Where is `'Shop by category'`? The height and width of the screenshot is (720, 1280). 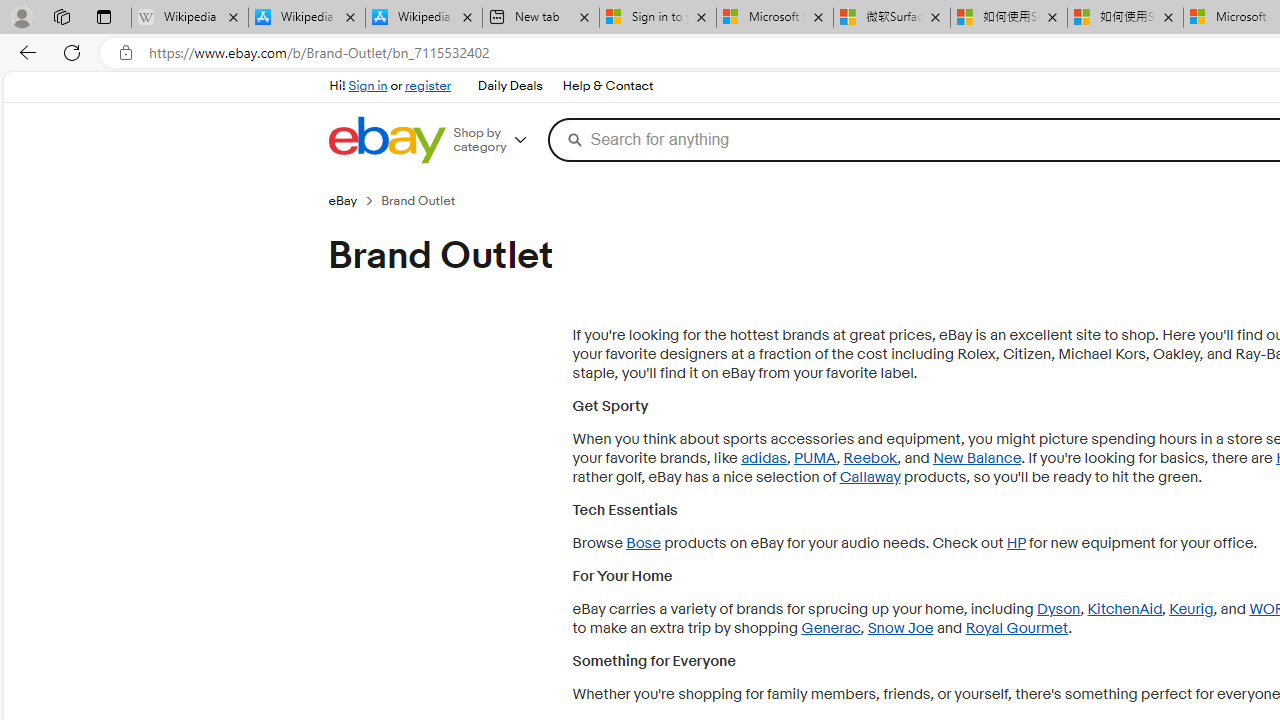
'Shop by category' is located at coordinates (497, 139).